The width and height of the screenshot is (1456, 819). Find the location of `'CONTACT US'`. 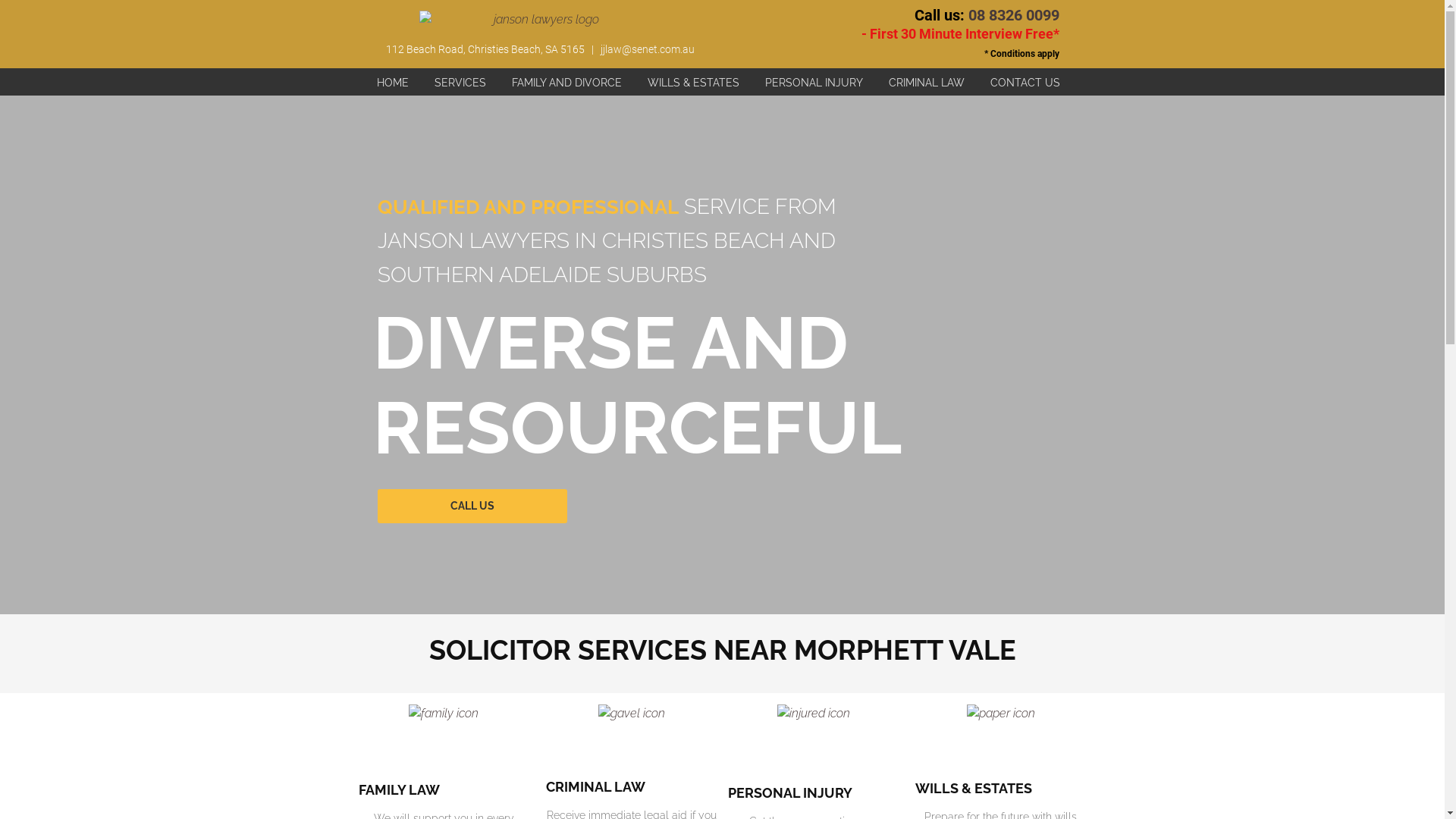

'CONTACT US' is located at coordinates (1025, 82).